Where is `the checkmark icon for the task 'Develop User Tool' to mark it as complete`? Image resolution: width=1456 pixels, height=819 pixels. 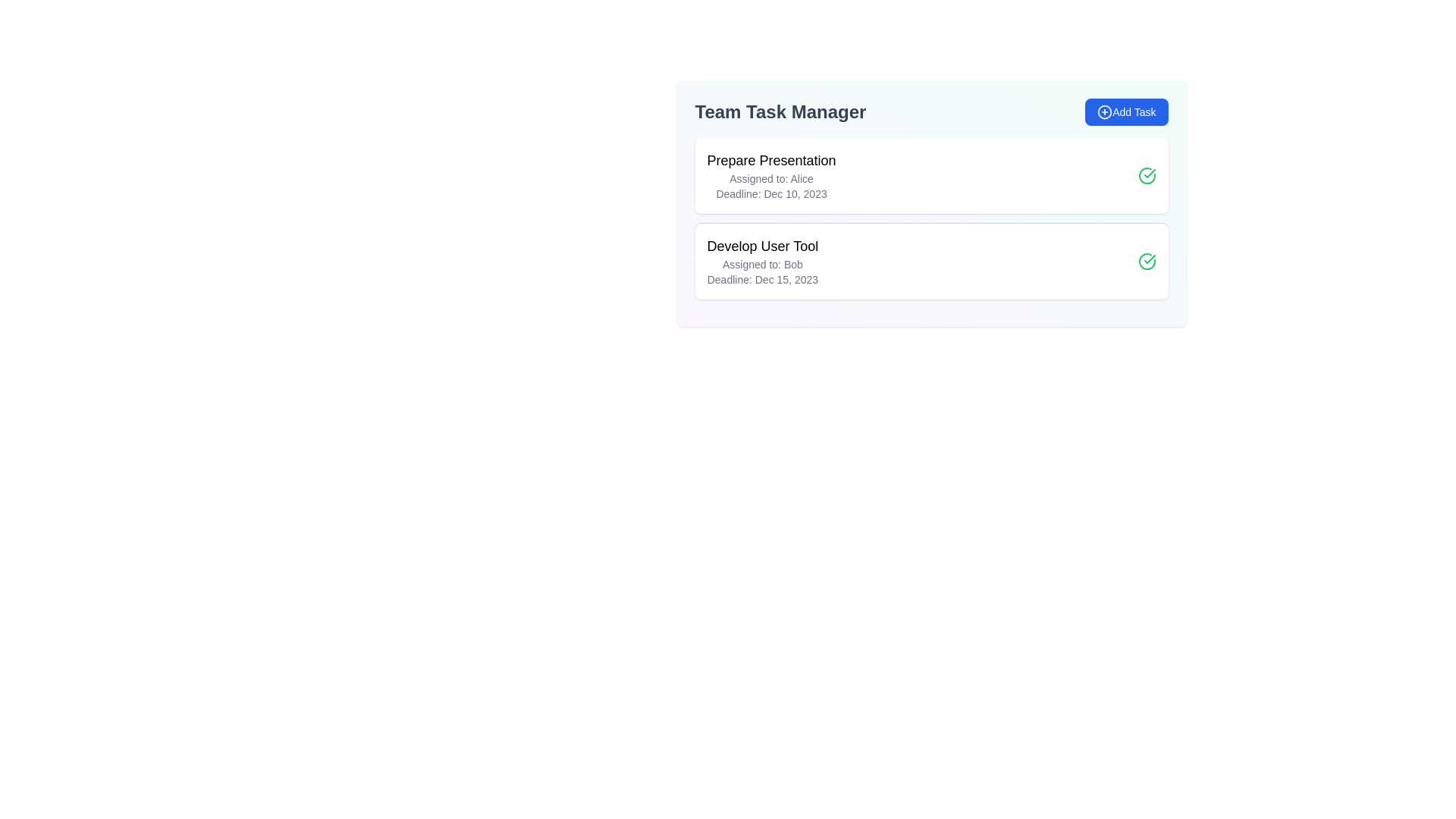 the checkmark icon for the task 'Develop User Tool' to mark it as complete is located at coordinates (1147, 260).